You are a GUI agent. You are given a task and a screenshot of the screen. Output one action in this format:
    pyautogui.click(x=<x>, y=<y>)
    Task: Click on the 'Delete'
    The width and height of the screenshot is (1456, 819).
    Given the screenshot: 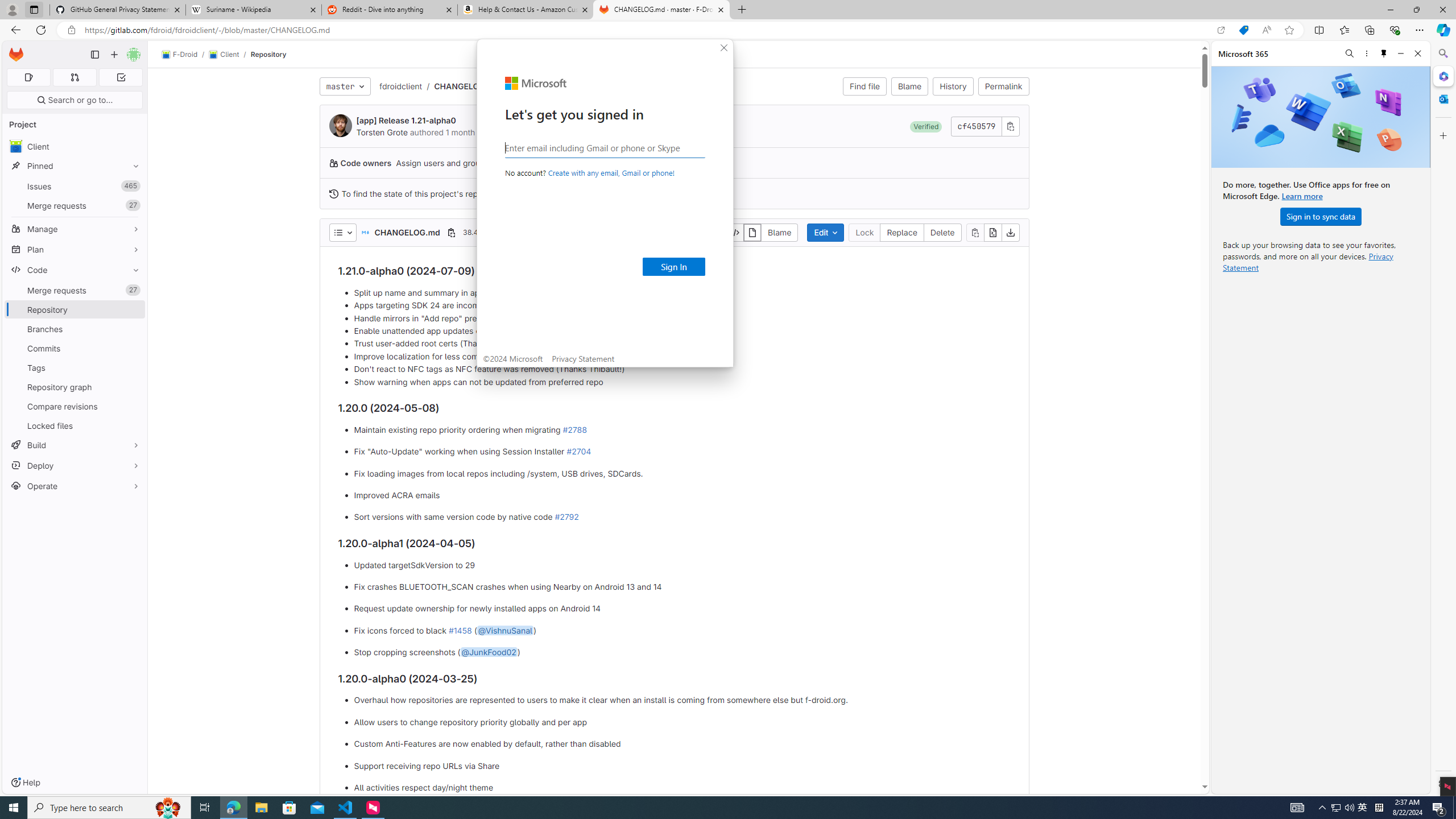 What is the action you would take?
    pyautogui.click(x=942, y=231)
    